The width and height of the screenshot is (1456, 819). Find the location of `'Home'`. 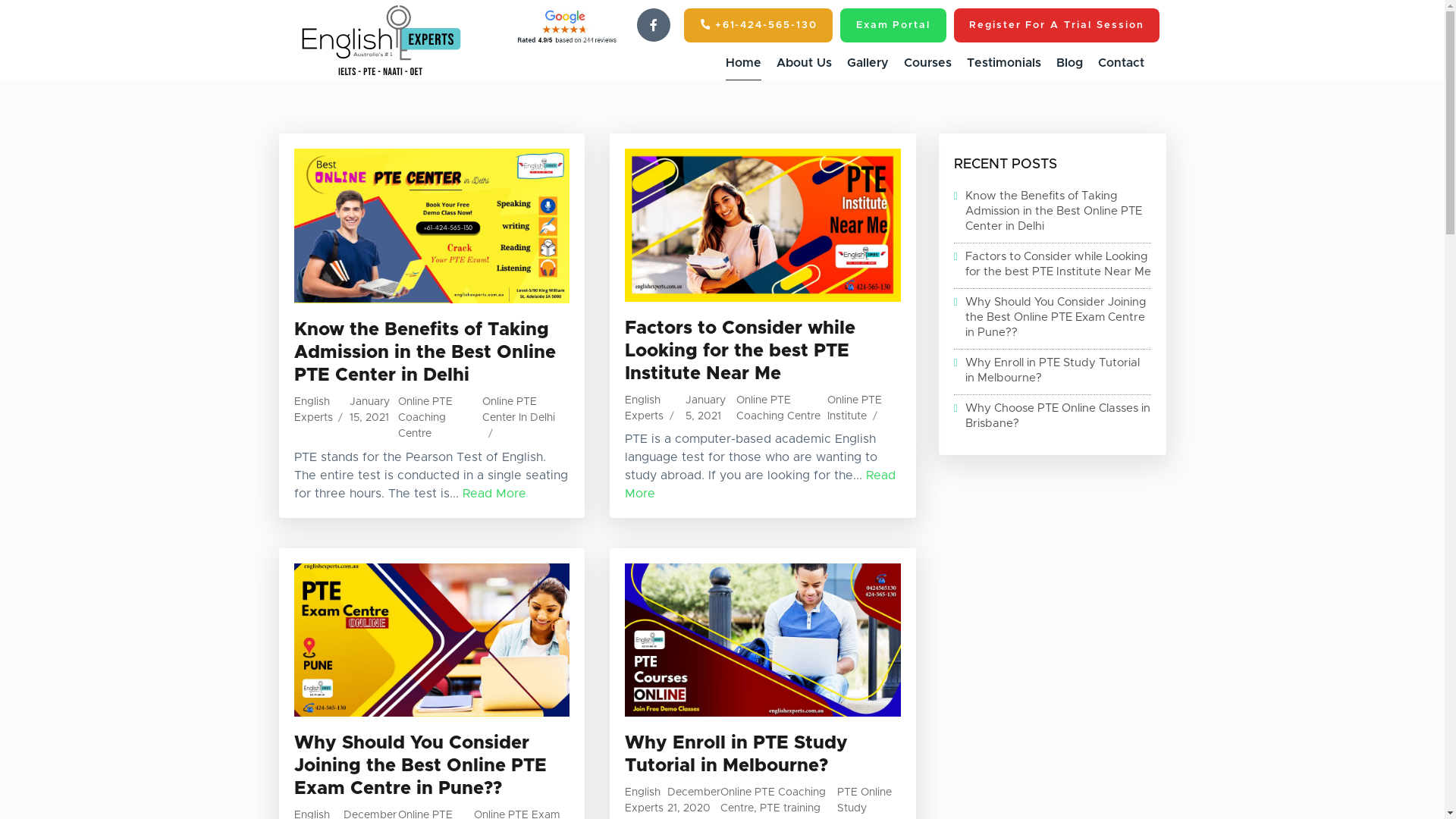

'Home' is located at coordinates (742, 62).